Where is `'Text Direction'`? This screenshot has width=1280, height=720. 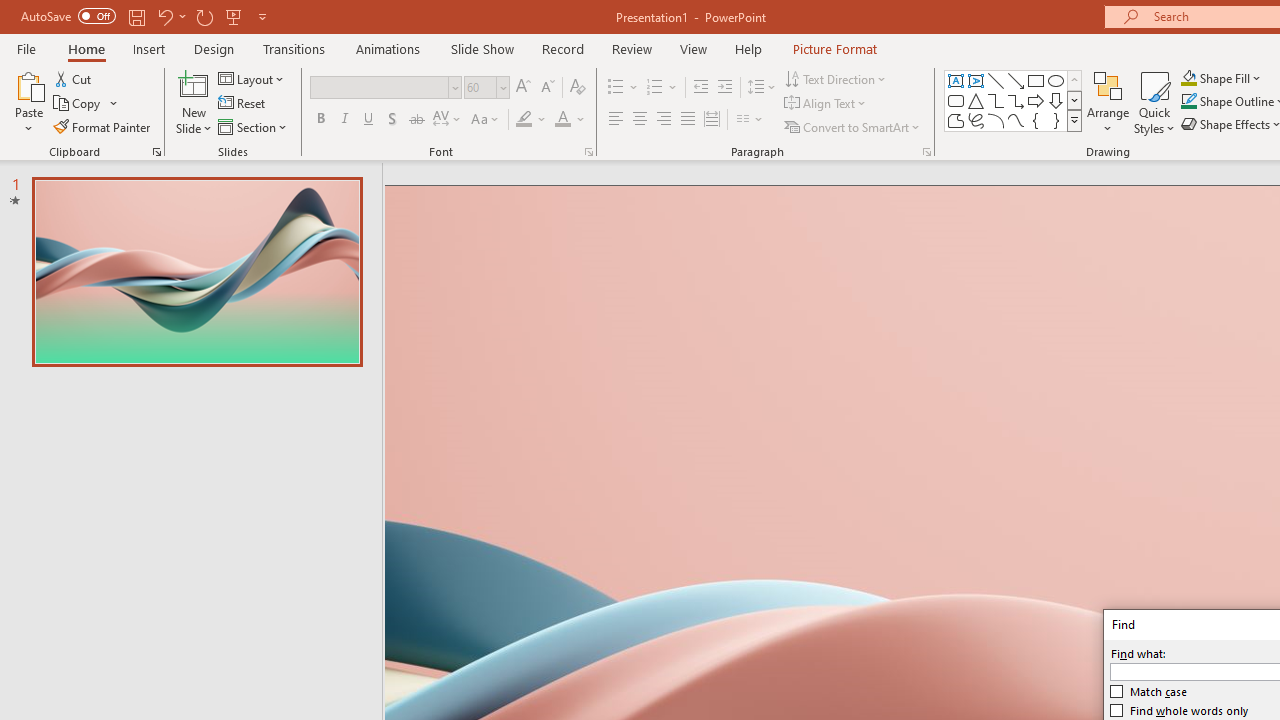
'Text Direction' is located at coordinates (837, 78).